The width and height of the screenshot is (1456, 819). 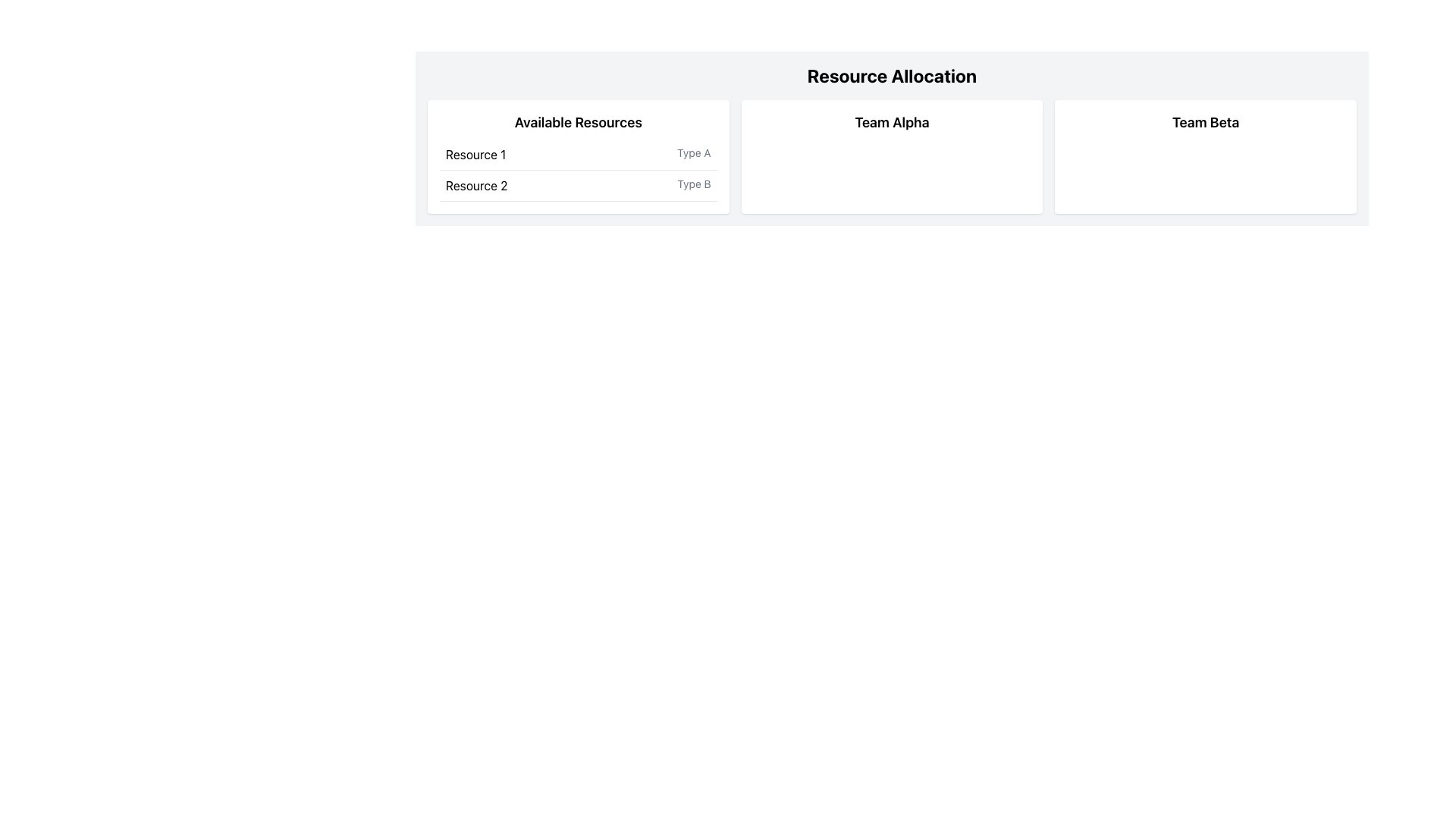 I want to click on the text element displaying 'Team Alpha' at the top of the white card, which has rounded corners and is centrally positioned between 'Available Resources' and 'Team Beta', so click(x=892, y=122).